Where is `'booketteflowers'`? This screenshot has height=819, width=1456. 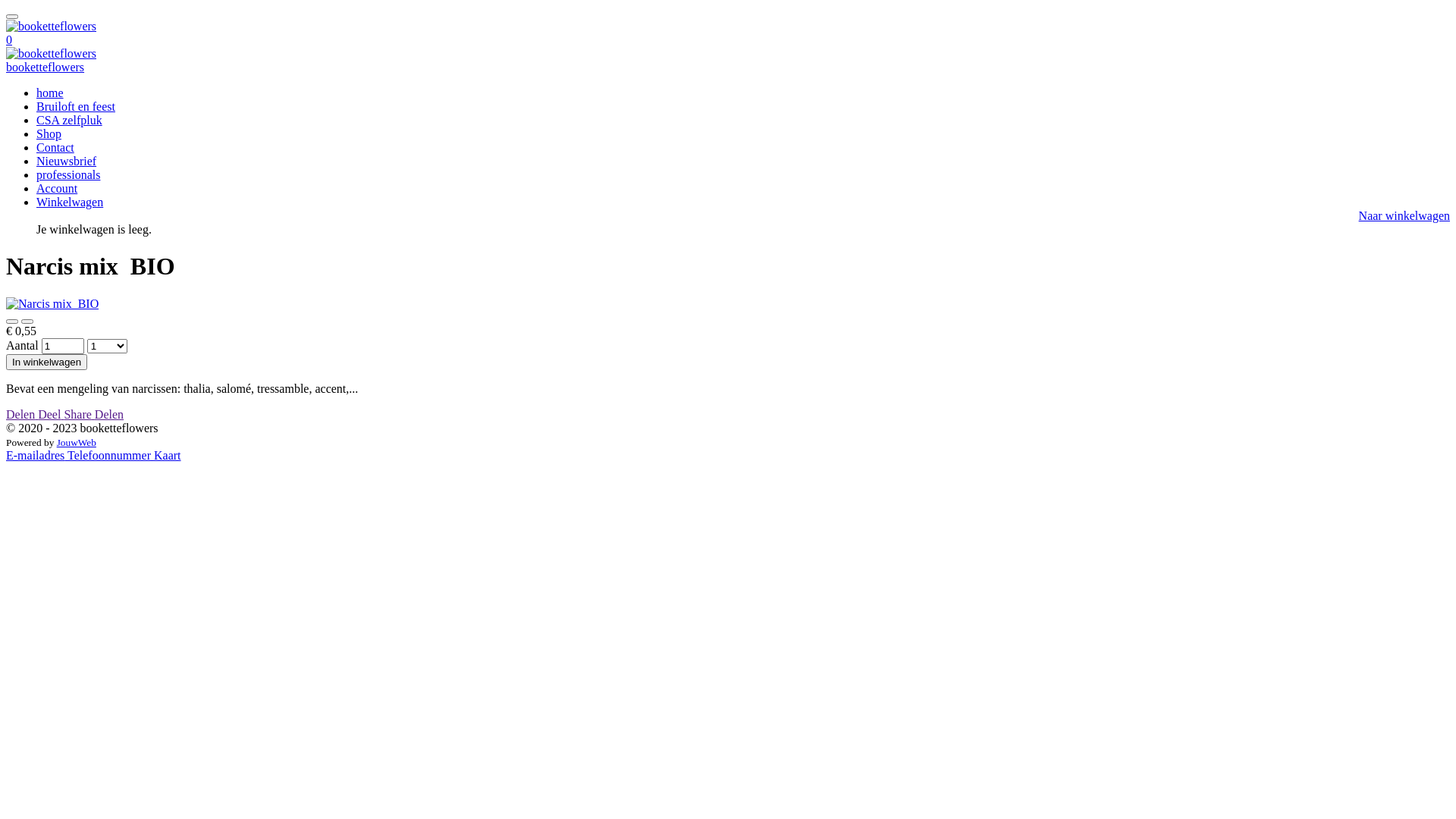 'booketteflowers' is located at coordinates (45, 66).